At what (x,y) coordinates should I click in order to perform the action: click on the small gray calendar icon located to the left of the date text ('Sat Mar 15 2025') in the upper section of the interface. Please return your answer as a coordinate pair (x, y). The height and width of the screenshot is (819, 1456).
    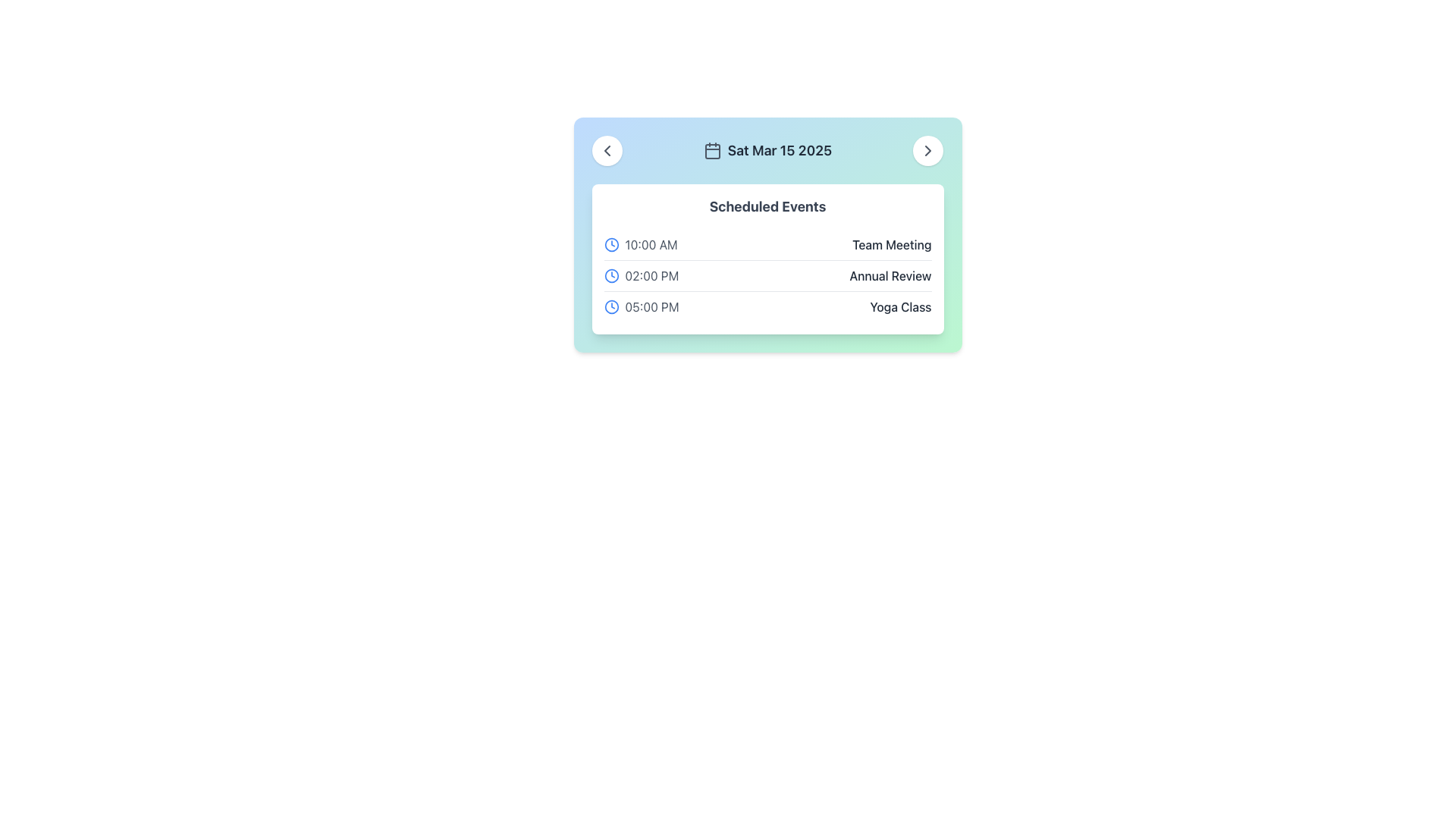
    Looking at the image, I should click on (711, 151).